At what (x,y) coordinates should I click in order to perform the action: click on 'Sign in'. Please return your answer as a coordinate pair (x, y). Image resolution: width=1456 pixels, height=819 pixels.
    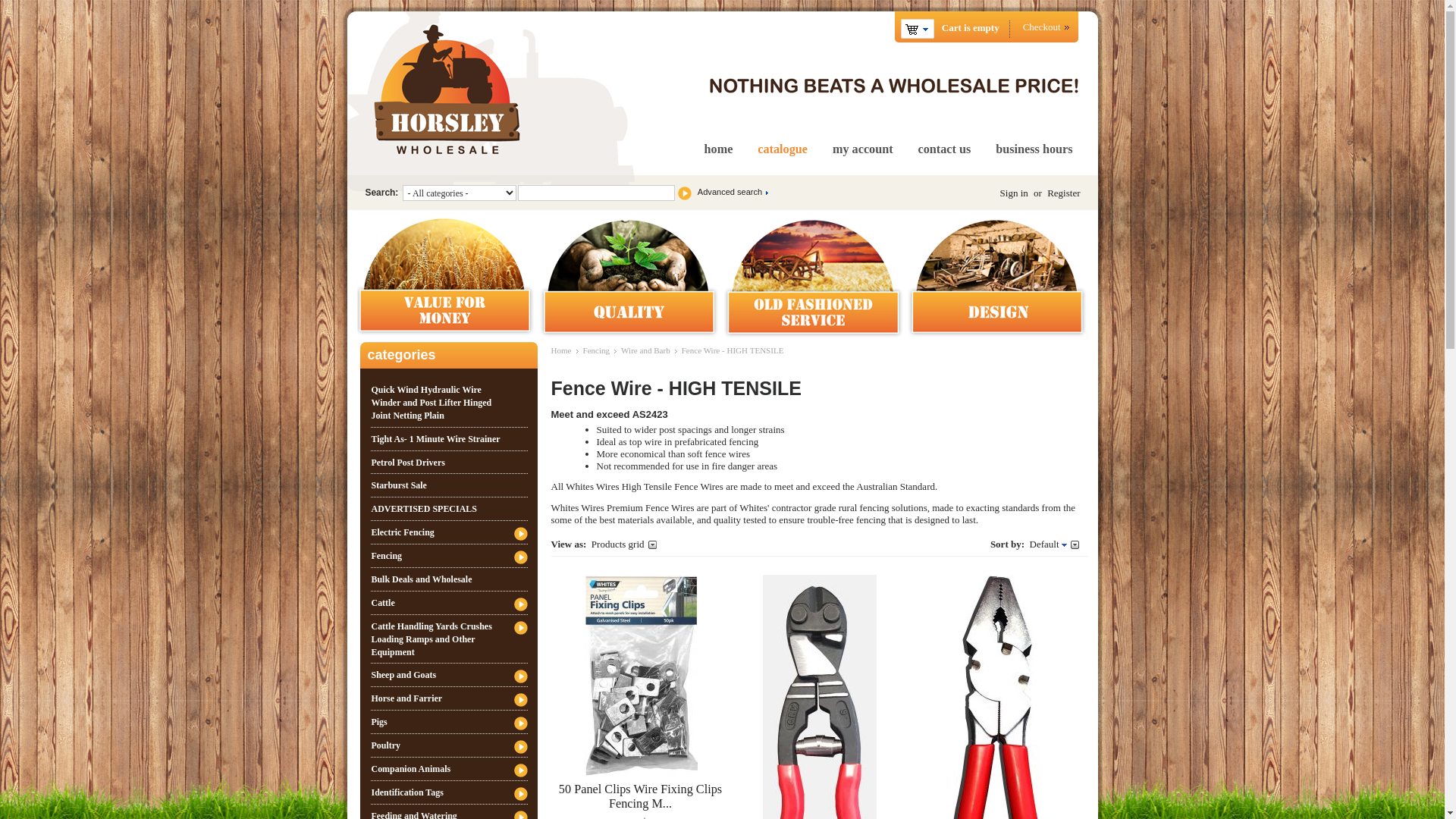
    Looking at the image, I should click on (1014, 192).